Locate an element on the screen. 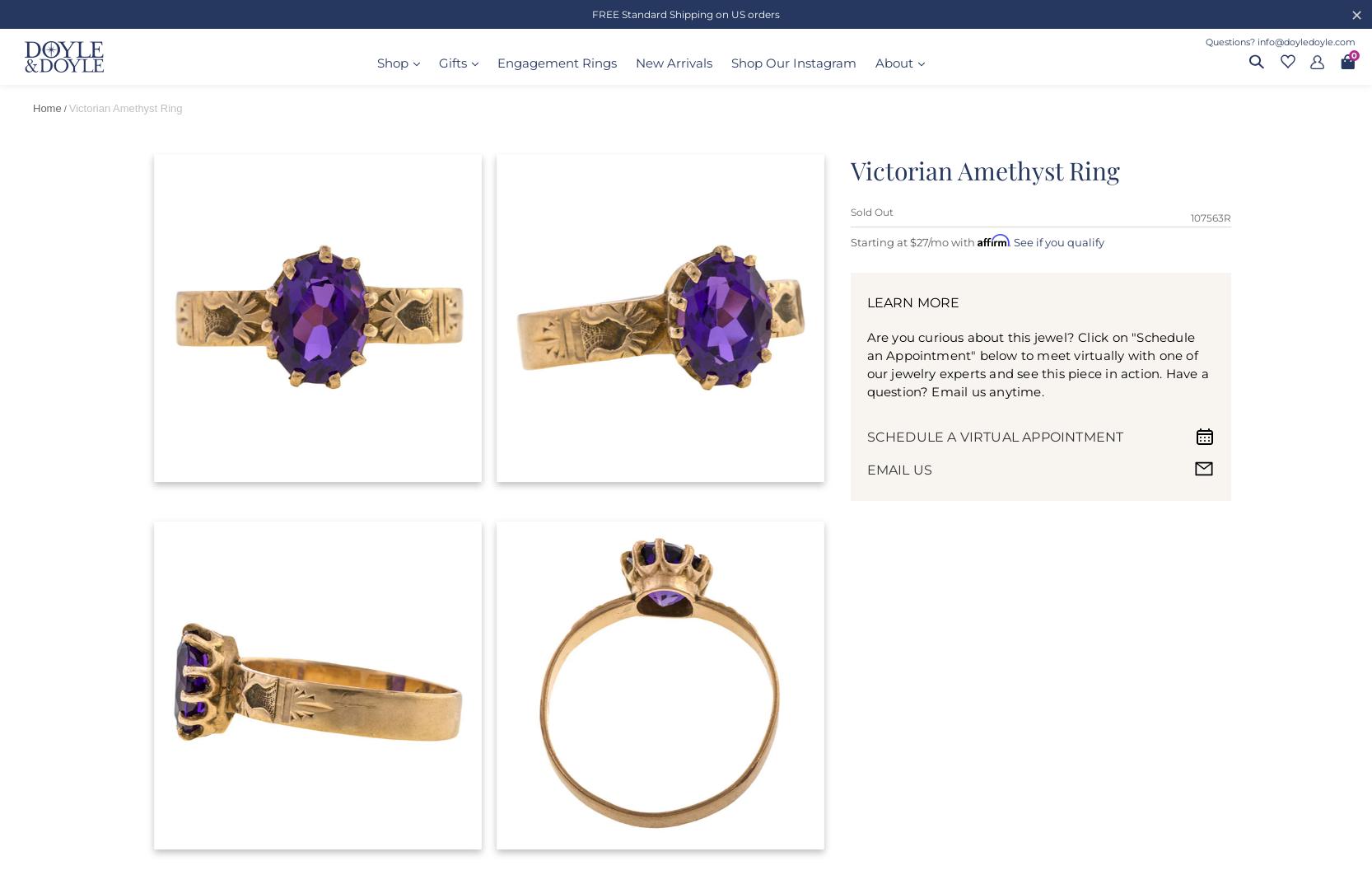  '.' is located at coordinates (1010, 240).